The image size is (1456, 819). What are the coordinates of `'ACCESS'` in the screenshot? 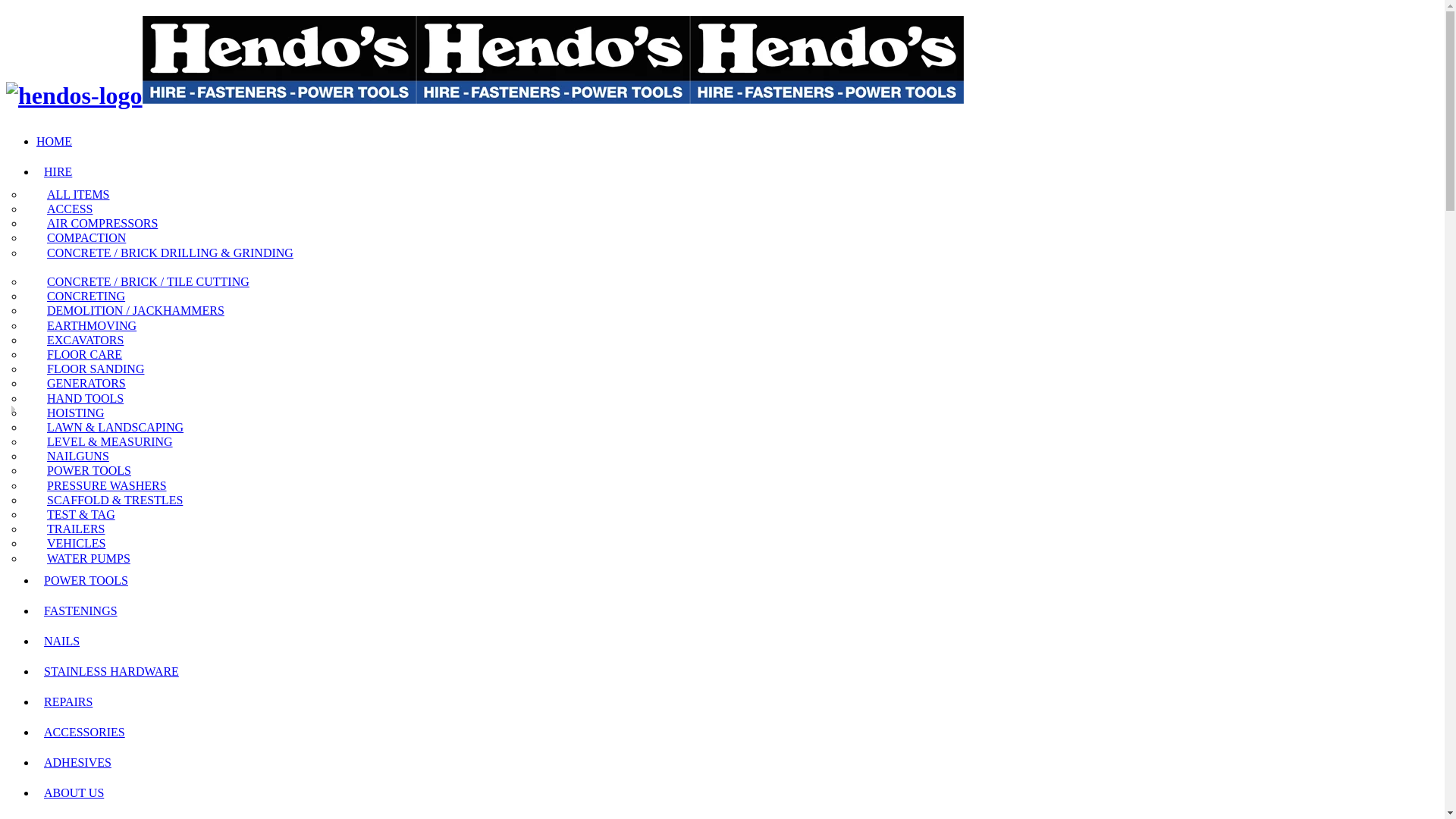 It's located at (24, 209).